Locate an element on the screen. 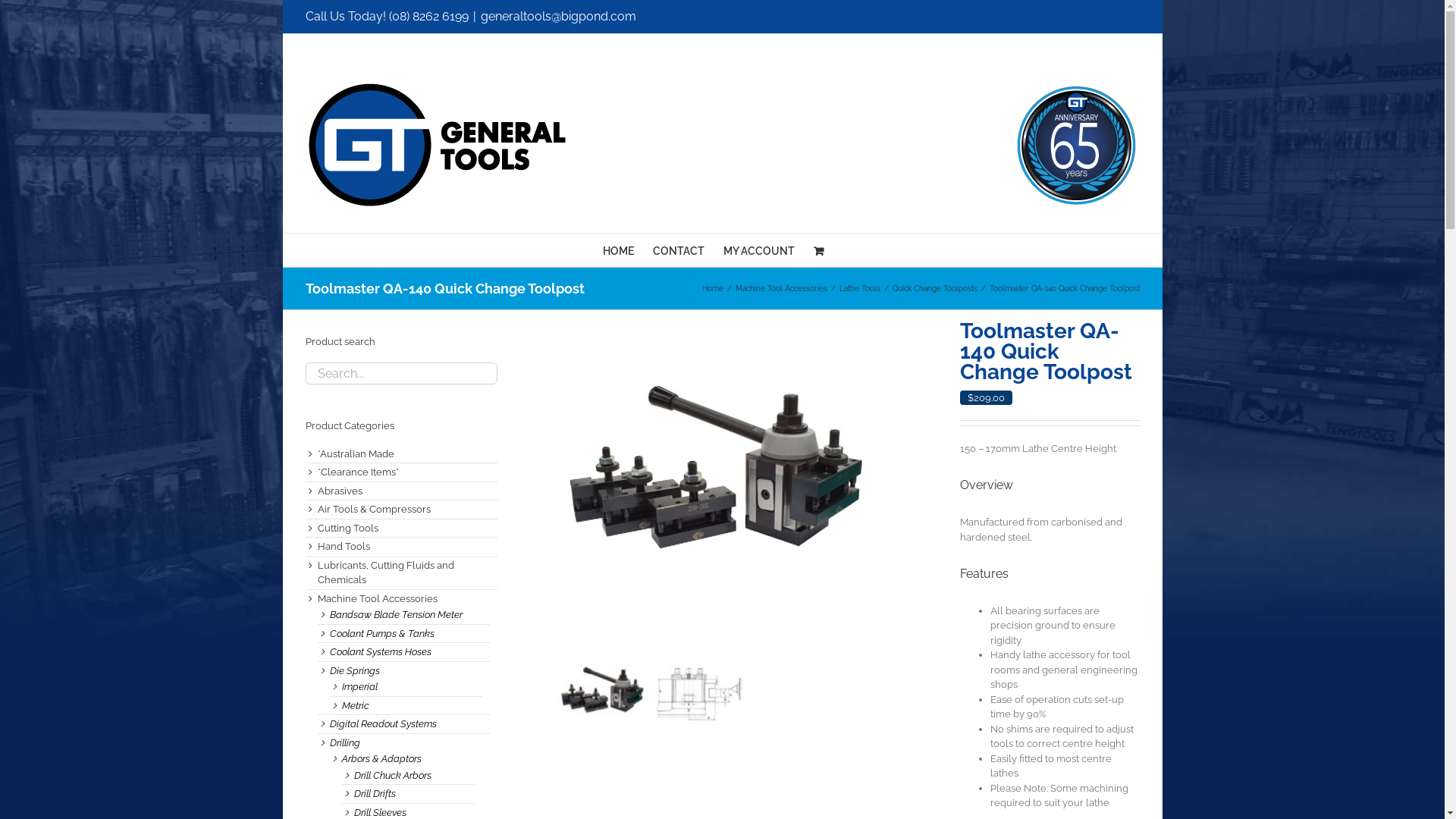 The height and width of the screenshot is (819, 1456). 'Arbors & Adaptors' is located at coordinates (381, 758).